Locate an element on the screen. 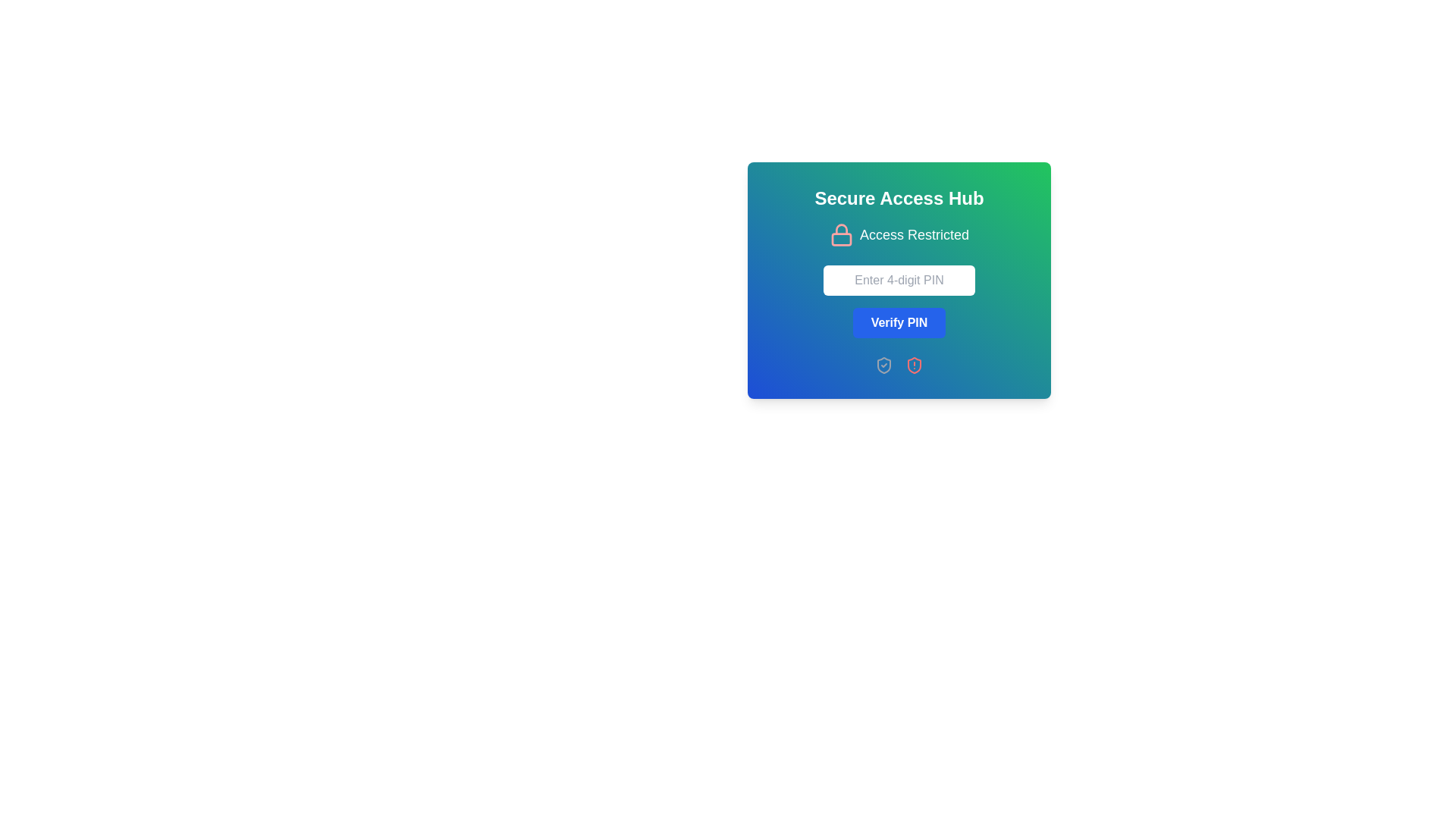 This screenshot has width=1456, height=819. the Label with icon that indicates restricted access, located within a centered modal component, below the 'Secure Access Hub' title and above the PIN entry field is located at coordinates (899, 234).